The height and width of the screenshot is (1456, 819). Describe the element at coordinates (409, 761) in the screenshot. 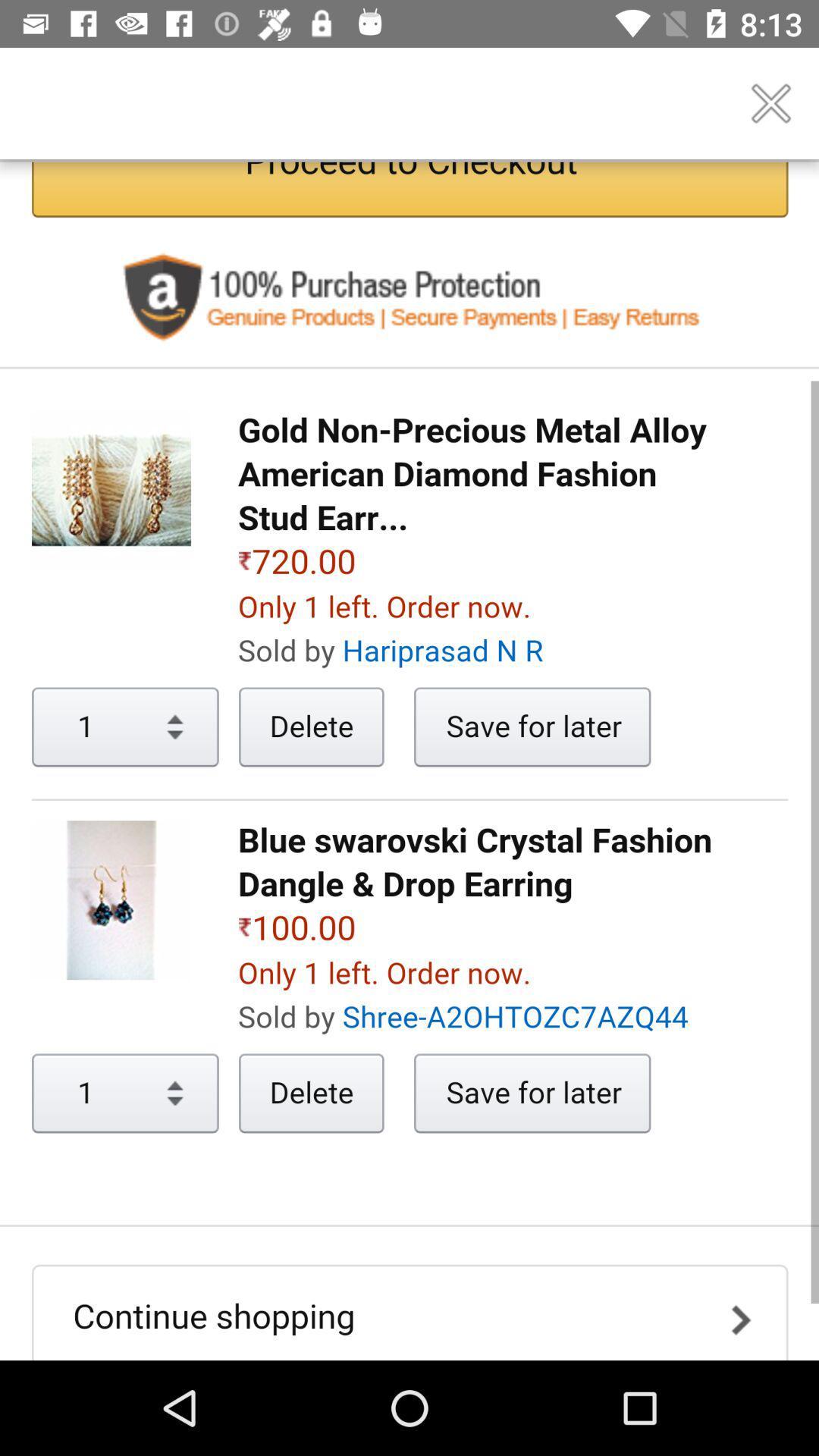

I see `show the products` at that location.